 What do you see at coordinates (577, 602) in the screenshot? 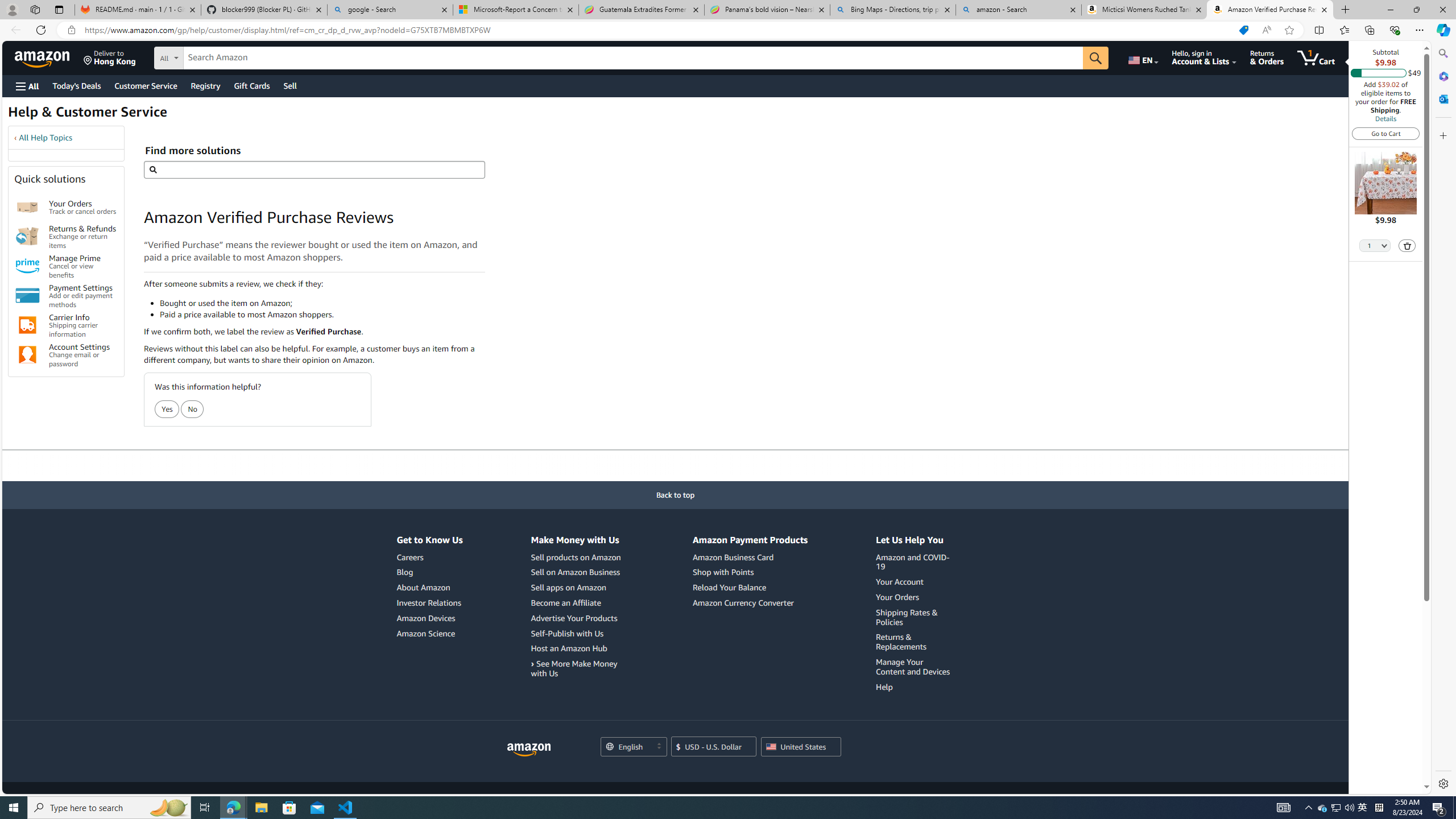
I see `'Become an Affiliate'` at bounding box center [577, 602].